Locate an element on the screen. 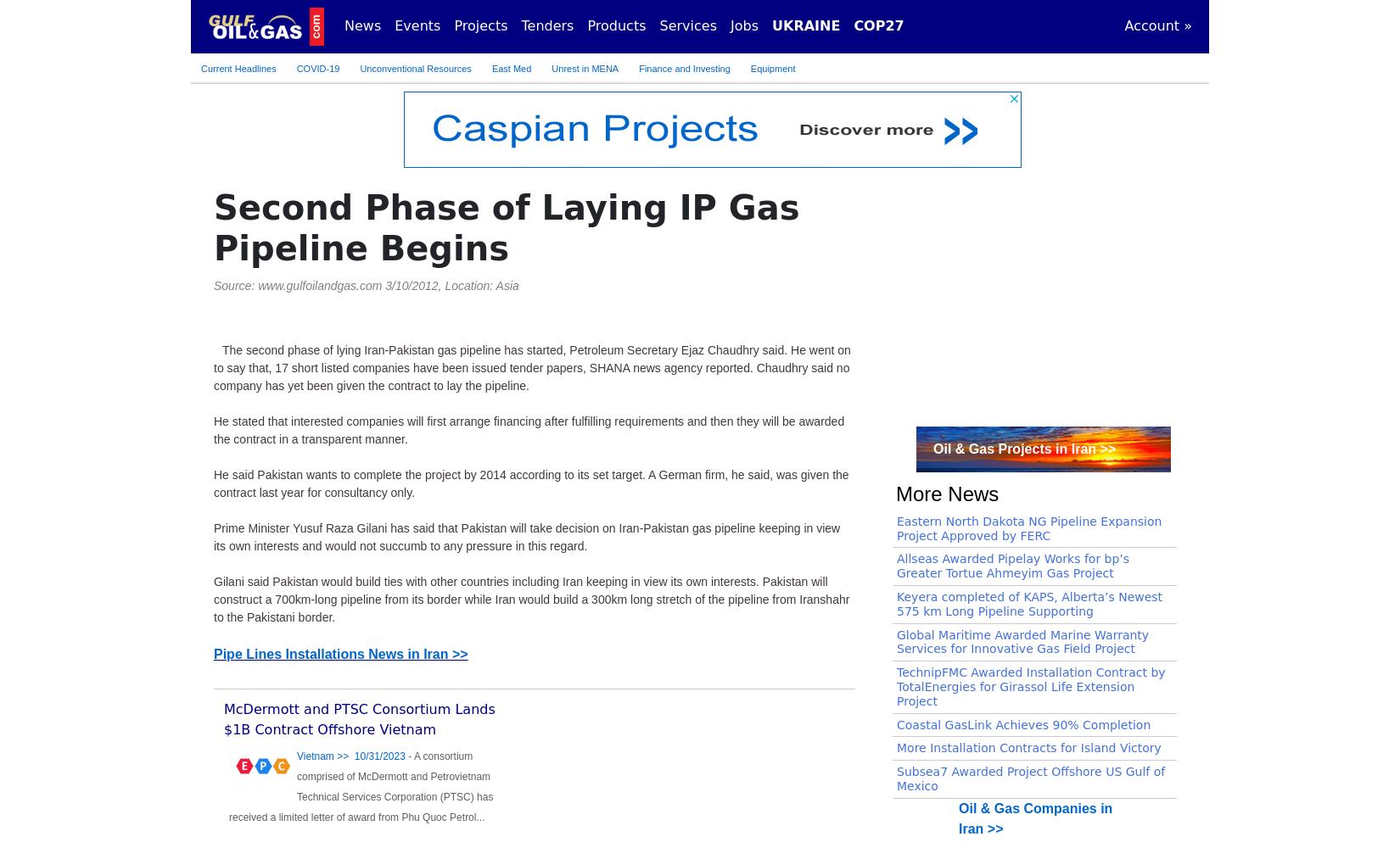 The height and width of the screenshot is (848, 1400). 'Products' is located at coordinates (615, 25).